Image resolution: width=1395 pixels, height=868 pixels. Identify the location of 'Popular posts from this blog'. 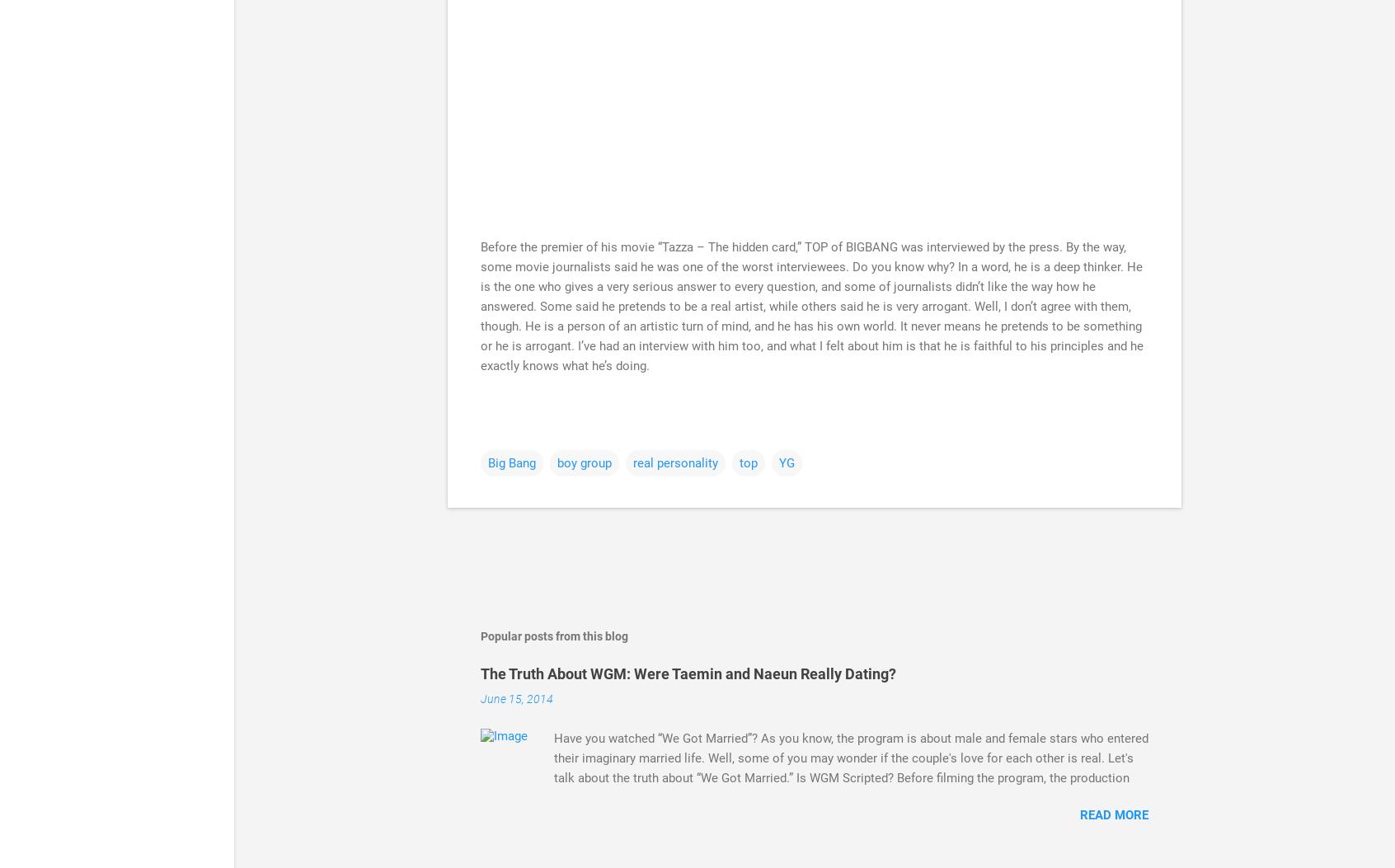
(480, 636).